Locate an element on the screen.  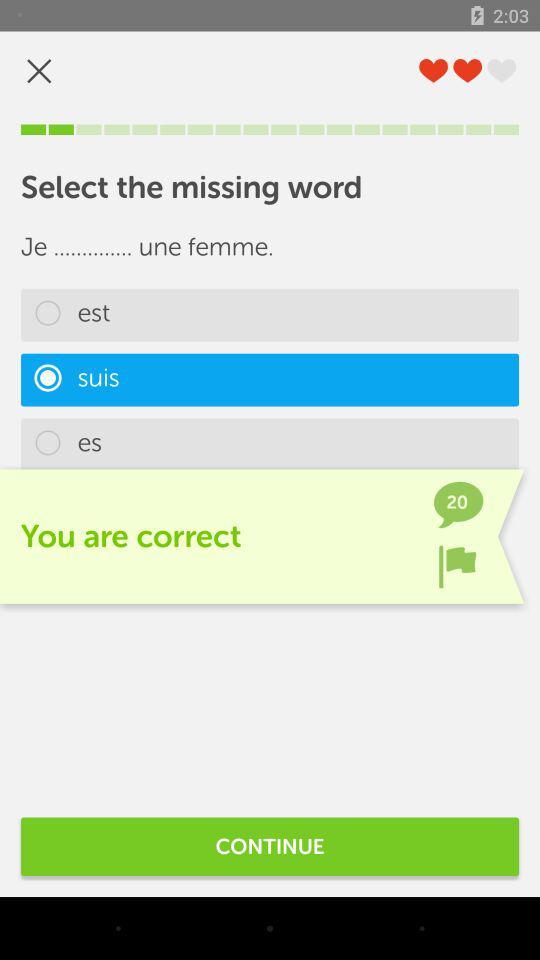
item above the es item is located at coordinates (270, 379).